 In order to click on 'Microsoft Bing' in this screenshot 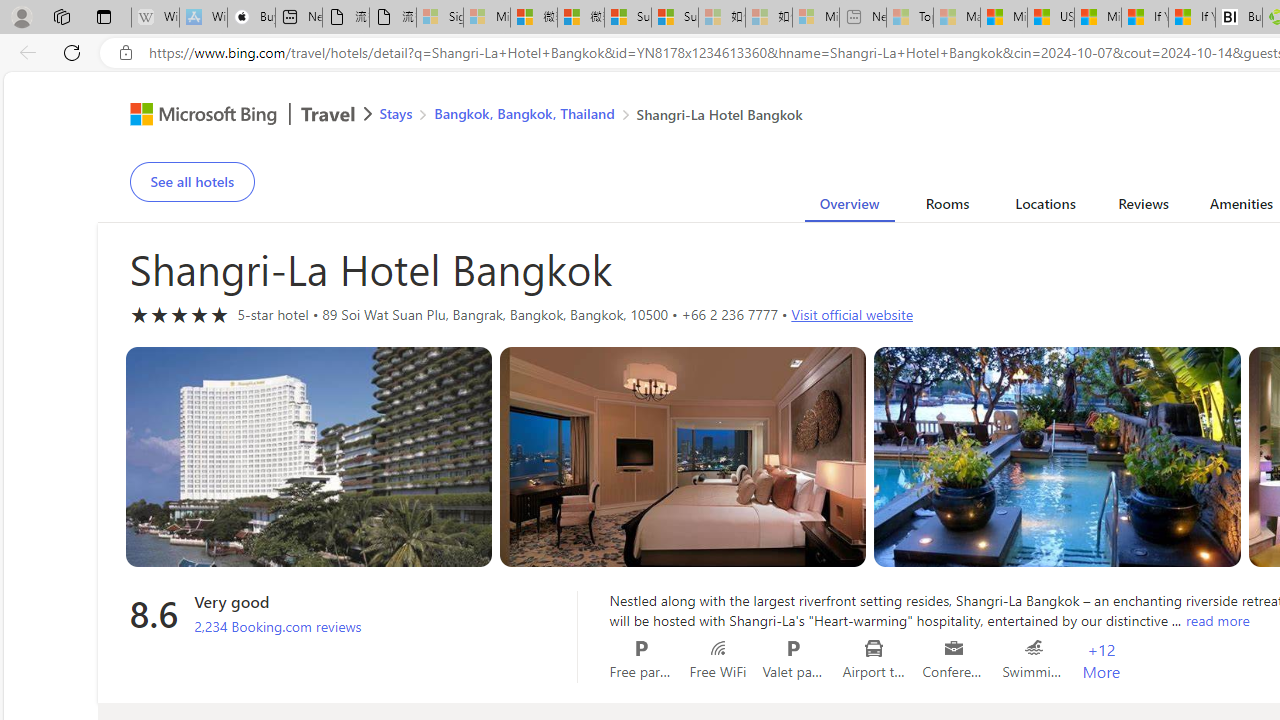, I will do `click(195, 117)`.